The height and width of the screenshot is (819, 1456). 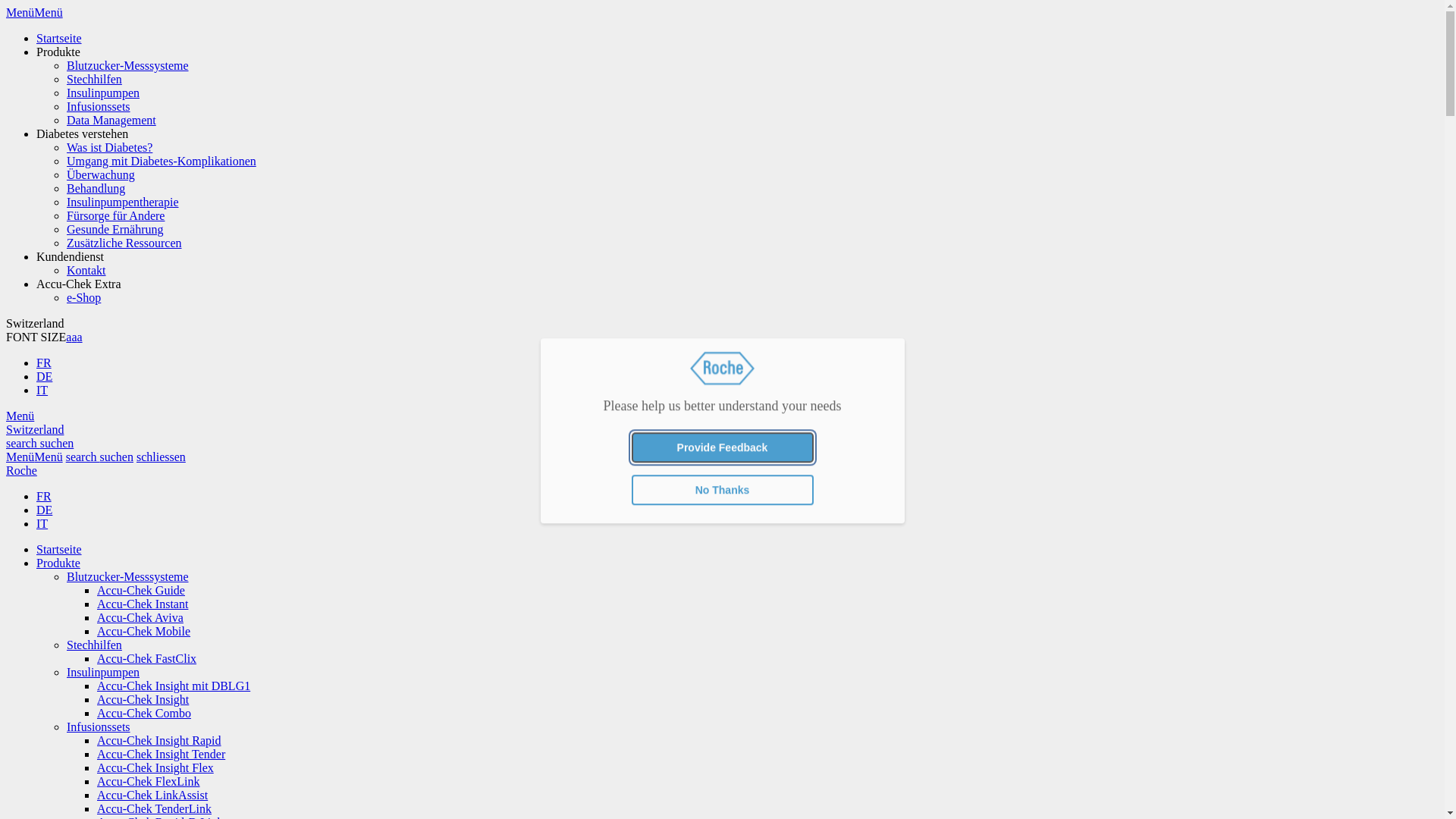 What do you see at coordinates (83, 297) in the screenshot?
I see `'e-Shop'` at bounding box center [83, 297].